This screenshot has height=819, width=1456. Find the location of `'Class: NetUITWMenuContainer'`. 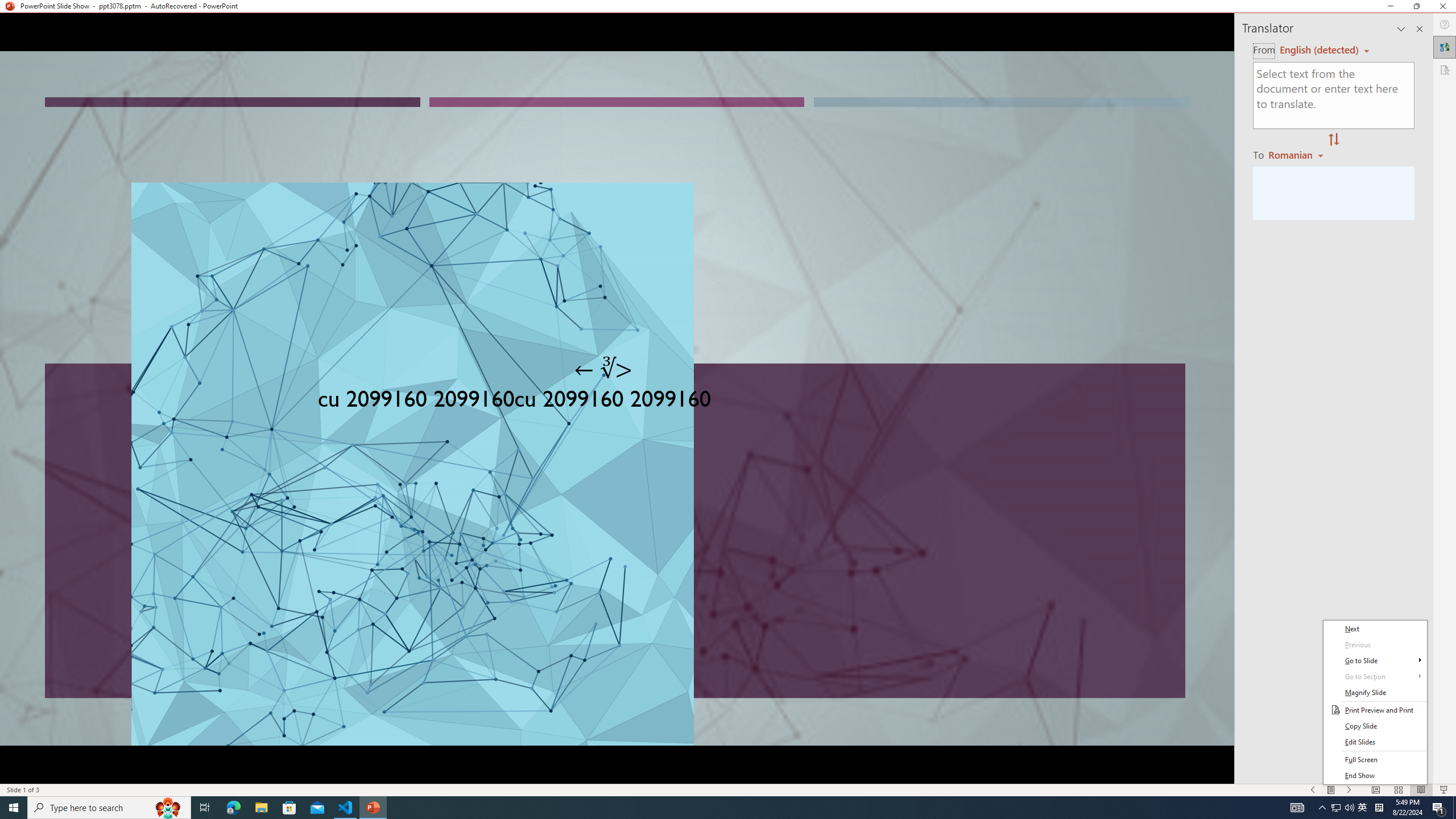

'Class: NetUITWMenuContainer' is located at coordinates (1375, 701).